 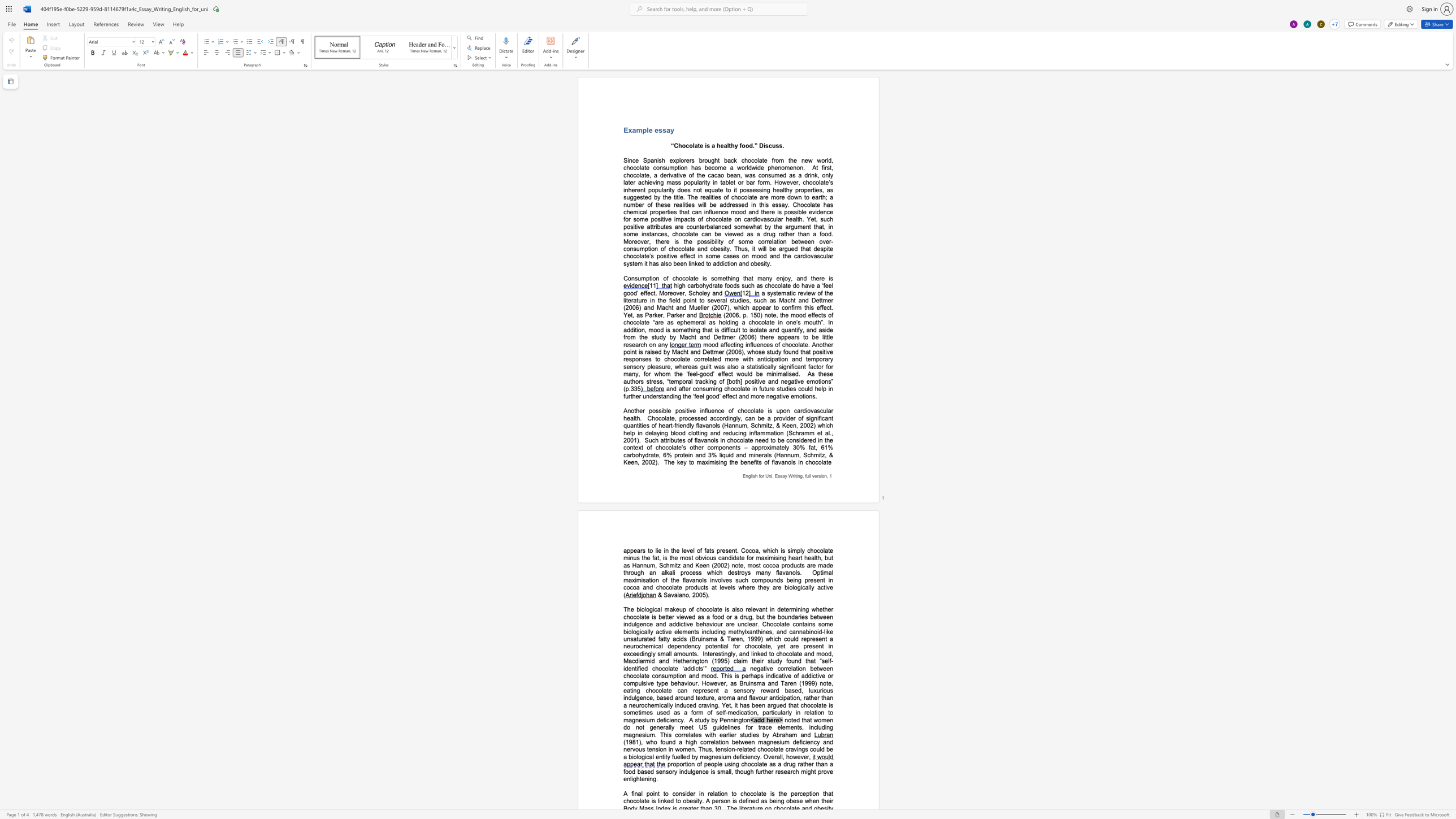 I want to click on the space between the continuous character "u" and "n" in the text, so click(x=772, y=580).